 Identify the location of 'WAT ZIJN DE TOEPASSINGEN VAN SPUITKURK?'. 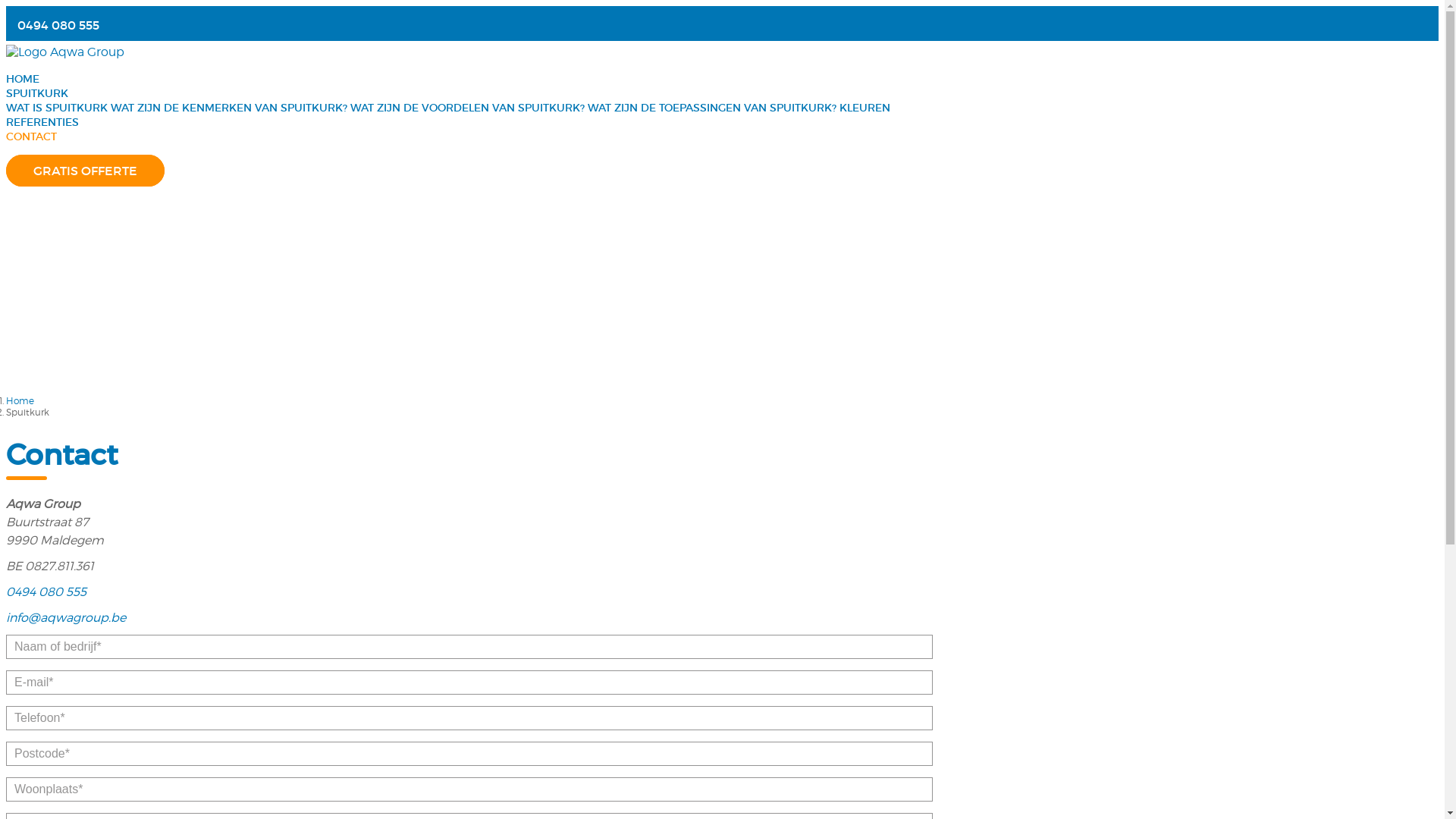
(586, 107).